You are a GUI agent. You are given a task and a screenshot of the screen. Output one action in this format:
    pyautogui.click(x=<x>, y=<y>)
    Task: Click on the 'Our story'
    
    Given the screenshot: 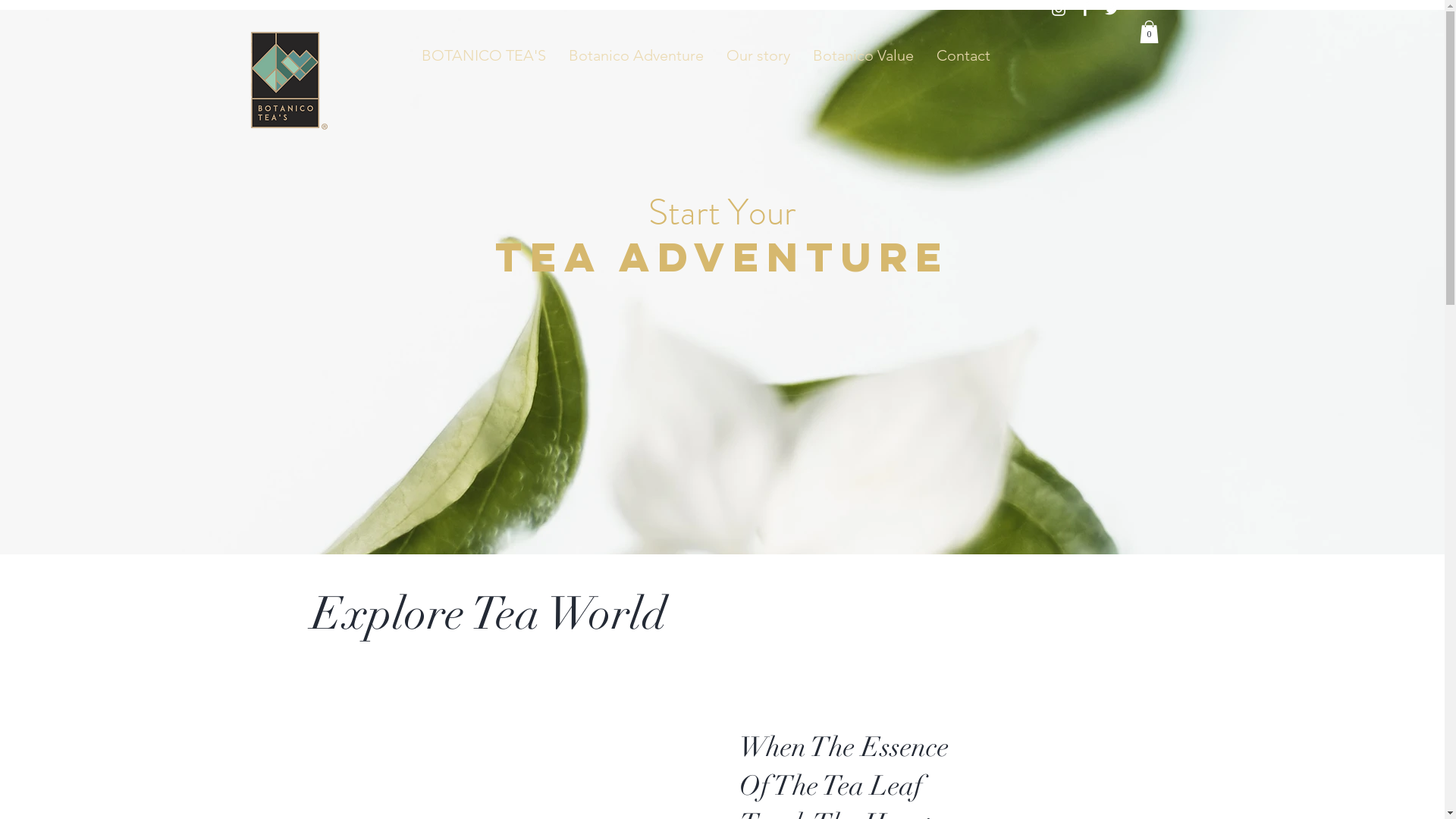 What is the action you would take?
    pyautogui.click(x=758, y=55)
    